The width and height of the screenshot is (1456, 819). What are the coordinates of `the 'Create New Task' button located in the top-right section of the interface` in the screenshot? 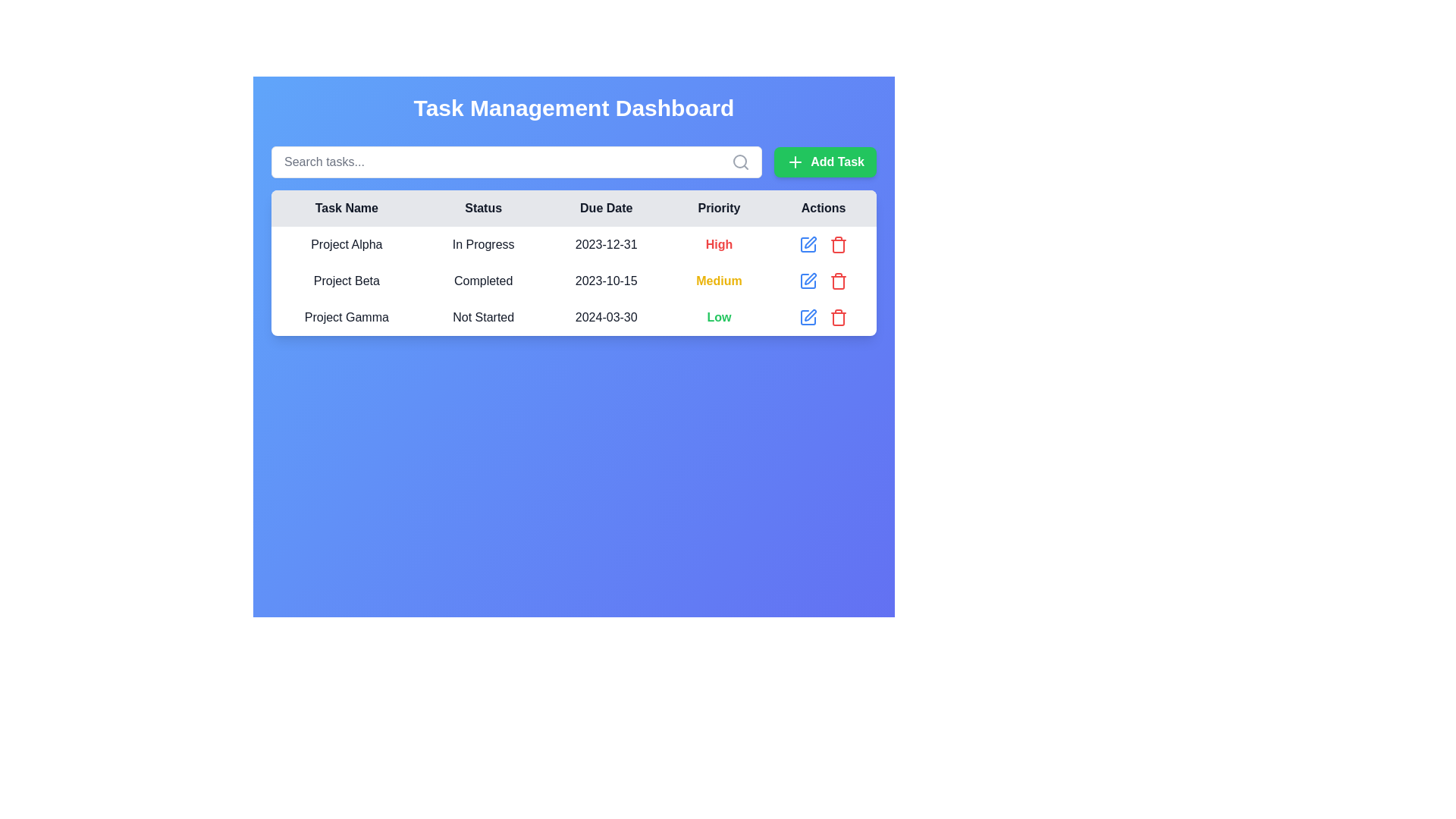 It's located at (824, 162).